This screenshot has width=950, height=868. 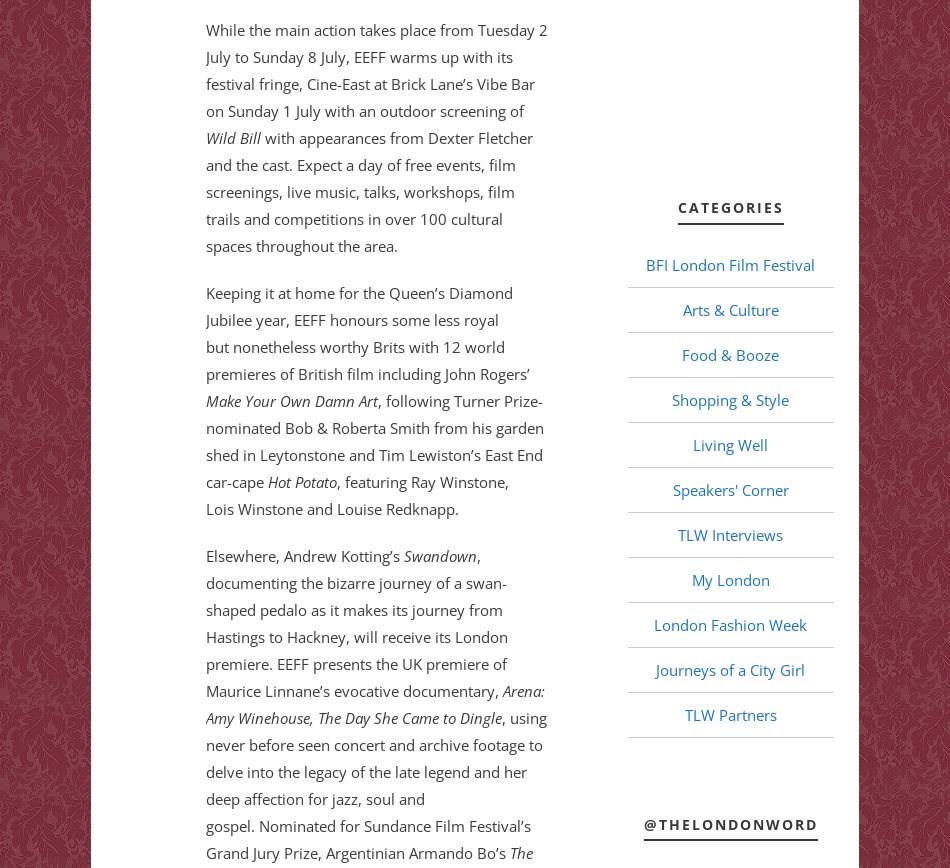 What do you see at coordinates (374, 704) in the screenshot?
I see `'Arena: Amy Winehouse, The Day She Came to Dingle'` at bounding box center [374, 704].